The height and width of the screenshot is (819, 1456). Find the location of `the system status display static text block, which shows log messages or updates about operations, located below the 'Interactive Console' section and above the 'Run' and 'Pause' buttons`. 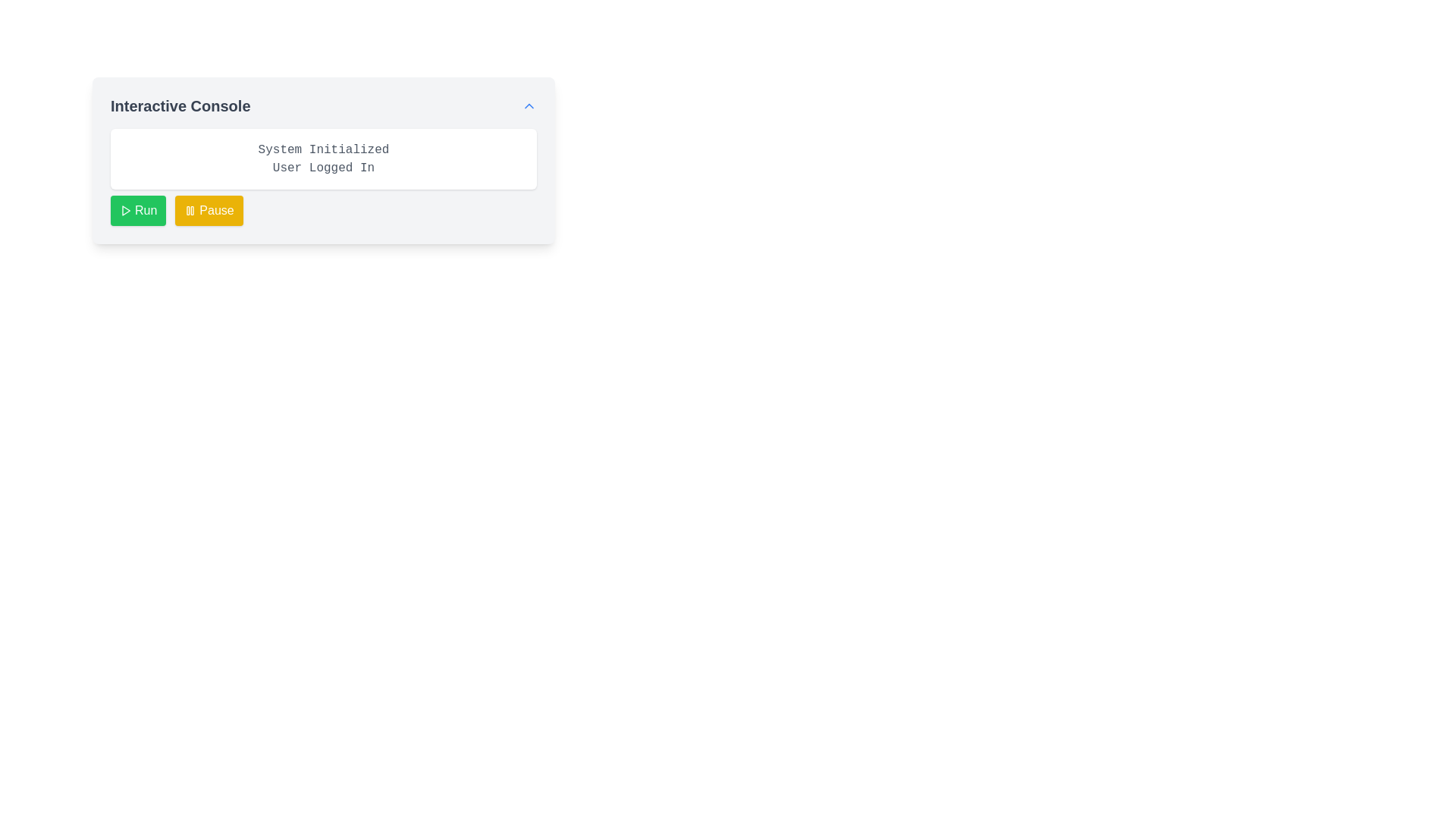

the system status display static text block, which shows log messages or updates about operations, located below the 'Interactive Console' section and above the 'Run' and 'Pause' buttons is located at coordinates (323, 158).